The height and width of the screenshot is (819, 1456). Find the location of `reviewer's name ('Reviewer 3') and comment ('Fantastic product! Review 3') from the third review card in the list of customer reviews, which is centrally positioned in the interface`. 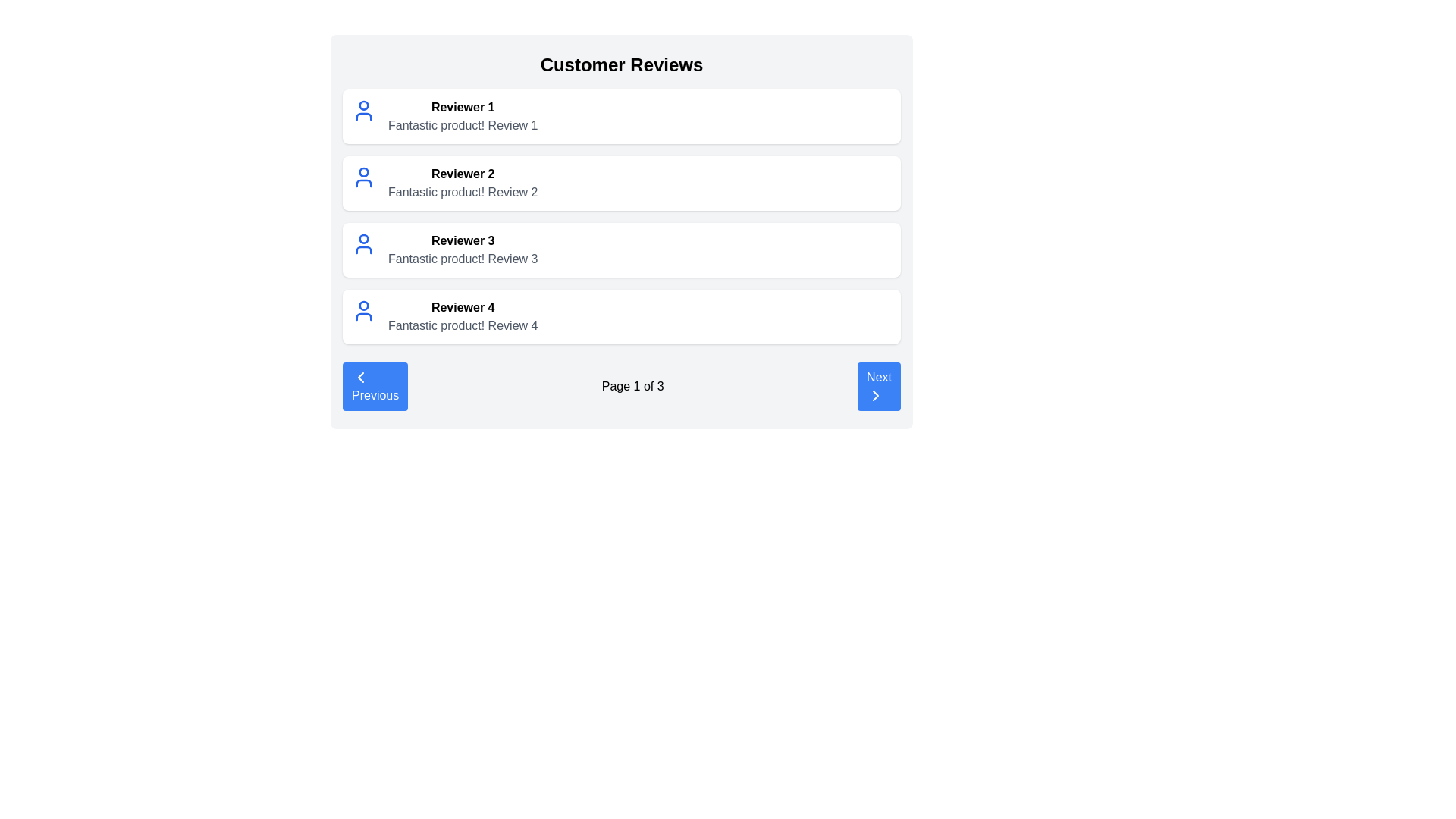

reviewer's name ('Reviewer 3') and comment ('Fantastic product! Review 3') from the third review card in the list of customer reviews, which is centrally positioned in the interface is located at coordinates (622, 231).